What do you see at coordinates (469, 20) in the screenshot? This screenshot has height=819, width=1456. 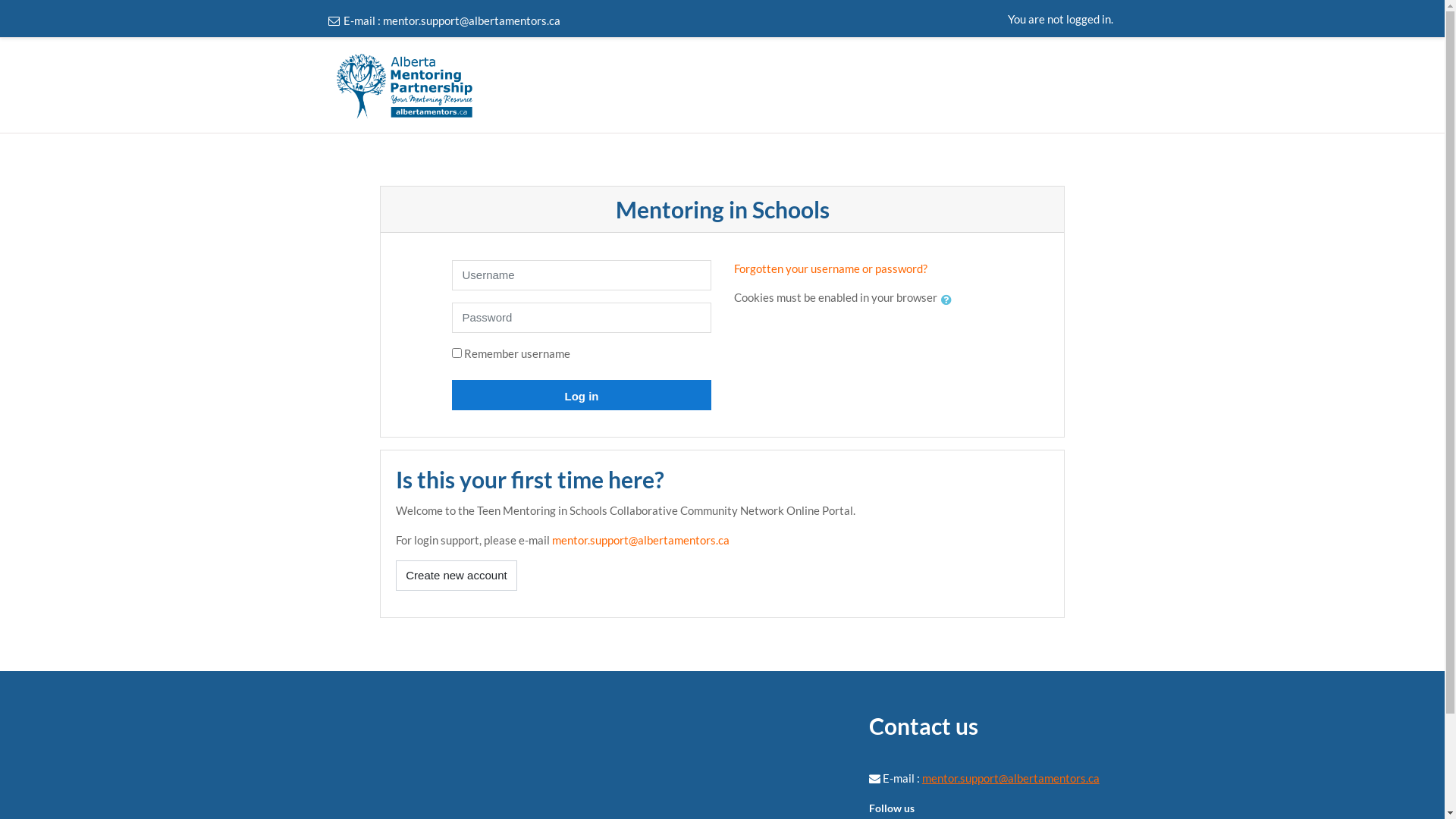 I see `'mentor.support@albertamentors.ca'` at bounding box center [469, 20].